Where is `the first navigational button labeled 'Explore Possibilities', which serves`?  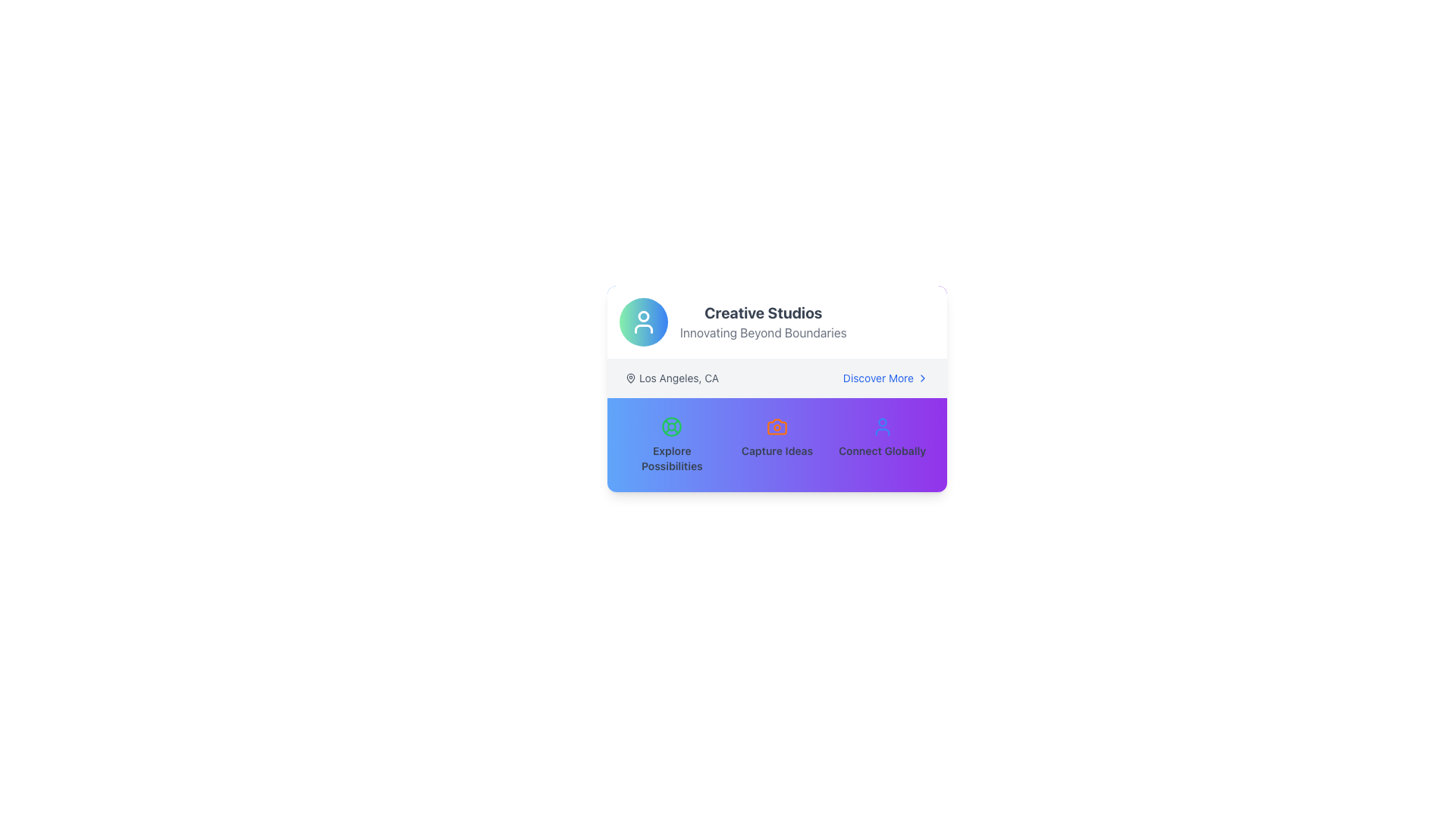
the first navigational button labeled 'Explore Possibilities', which serves is located at coordinates (671, 444).